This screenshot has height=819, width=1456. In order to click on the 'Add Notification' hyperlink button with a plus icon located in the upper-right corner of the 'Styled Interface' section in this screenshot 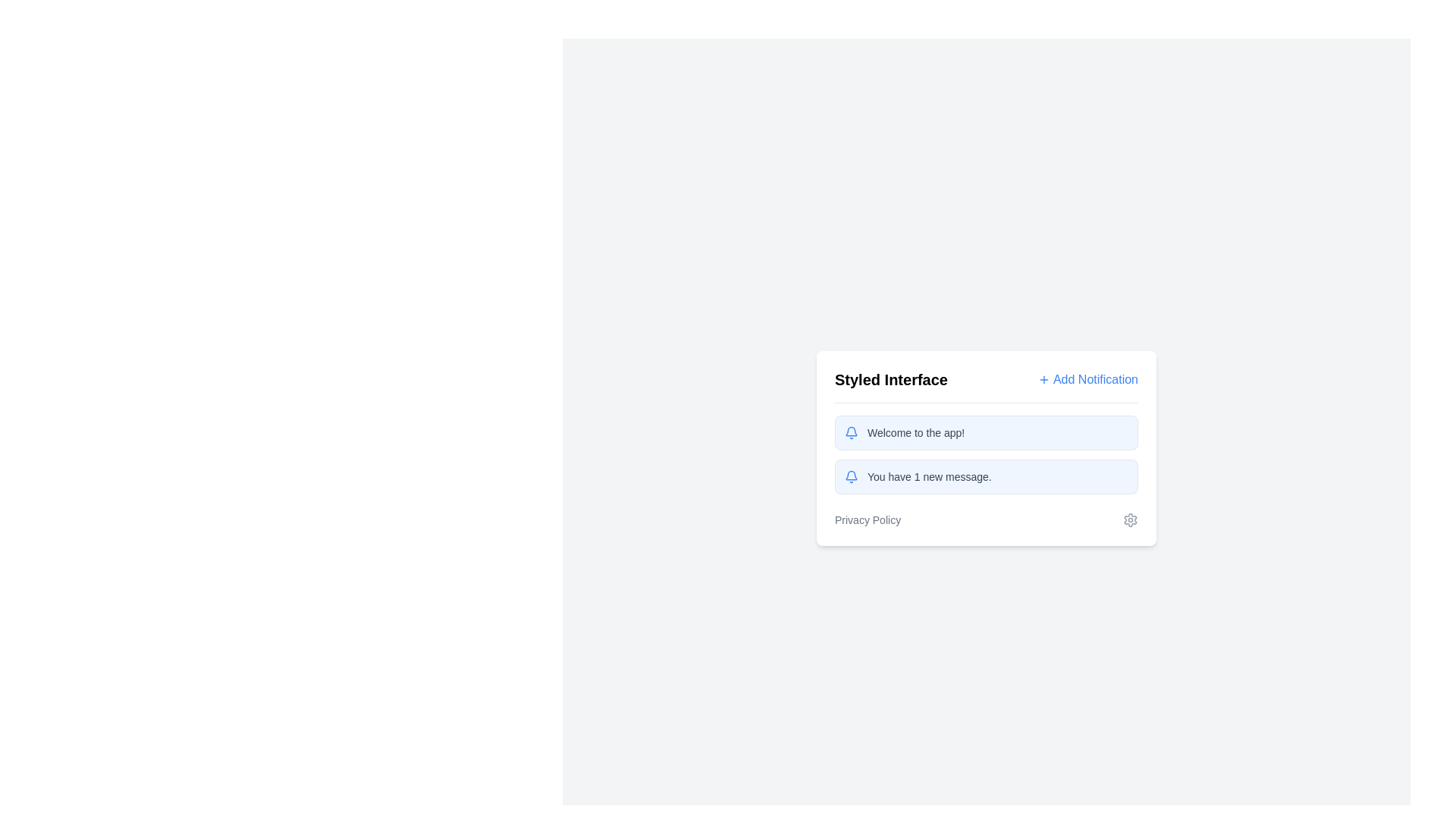, I will do `click(1087, 378)`.